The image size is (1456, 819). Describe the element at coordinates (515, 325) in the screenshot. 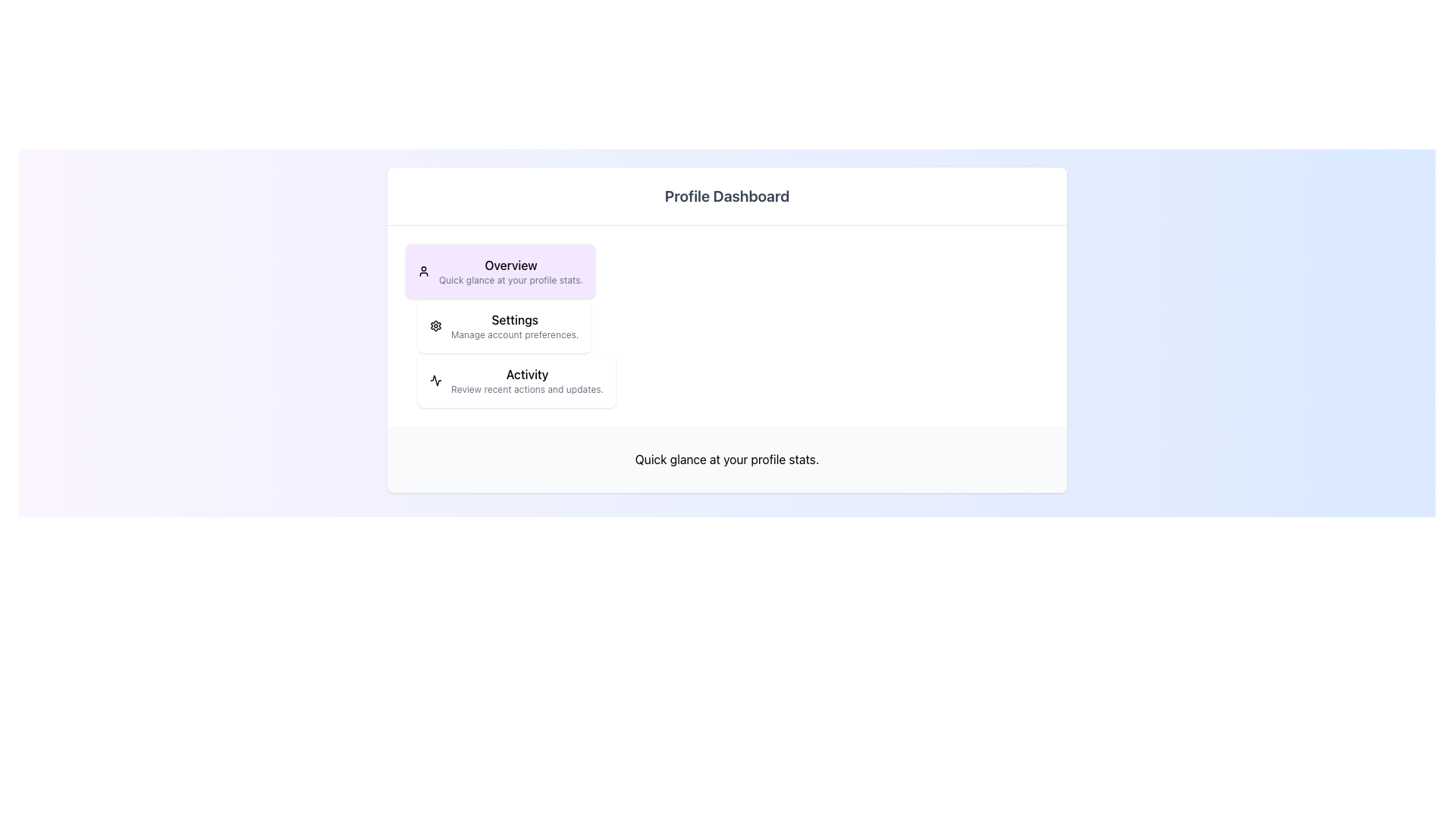

I see `the 'Settings' static text label element, which is the second item in the vertical list` at that location.